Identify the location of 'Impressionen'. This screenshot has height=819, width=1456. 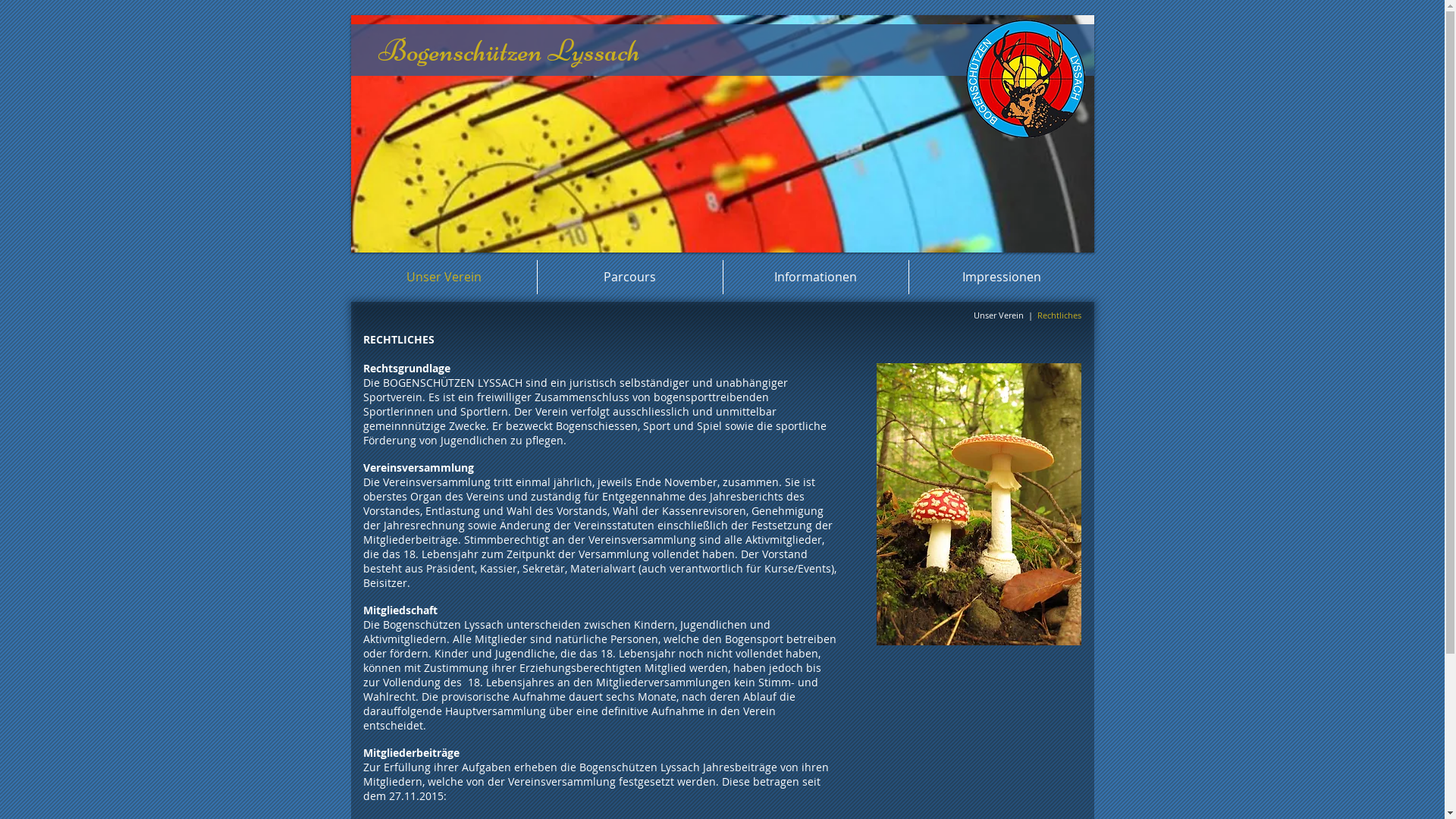
(1001, 277).